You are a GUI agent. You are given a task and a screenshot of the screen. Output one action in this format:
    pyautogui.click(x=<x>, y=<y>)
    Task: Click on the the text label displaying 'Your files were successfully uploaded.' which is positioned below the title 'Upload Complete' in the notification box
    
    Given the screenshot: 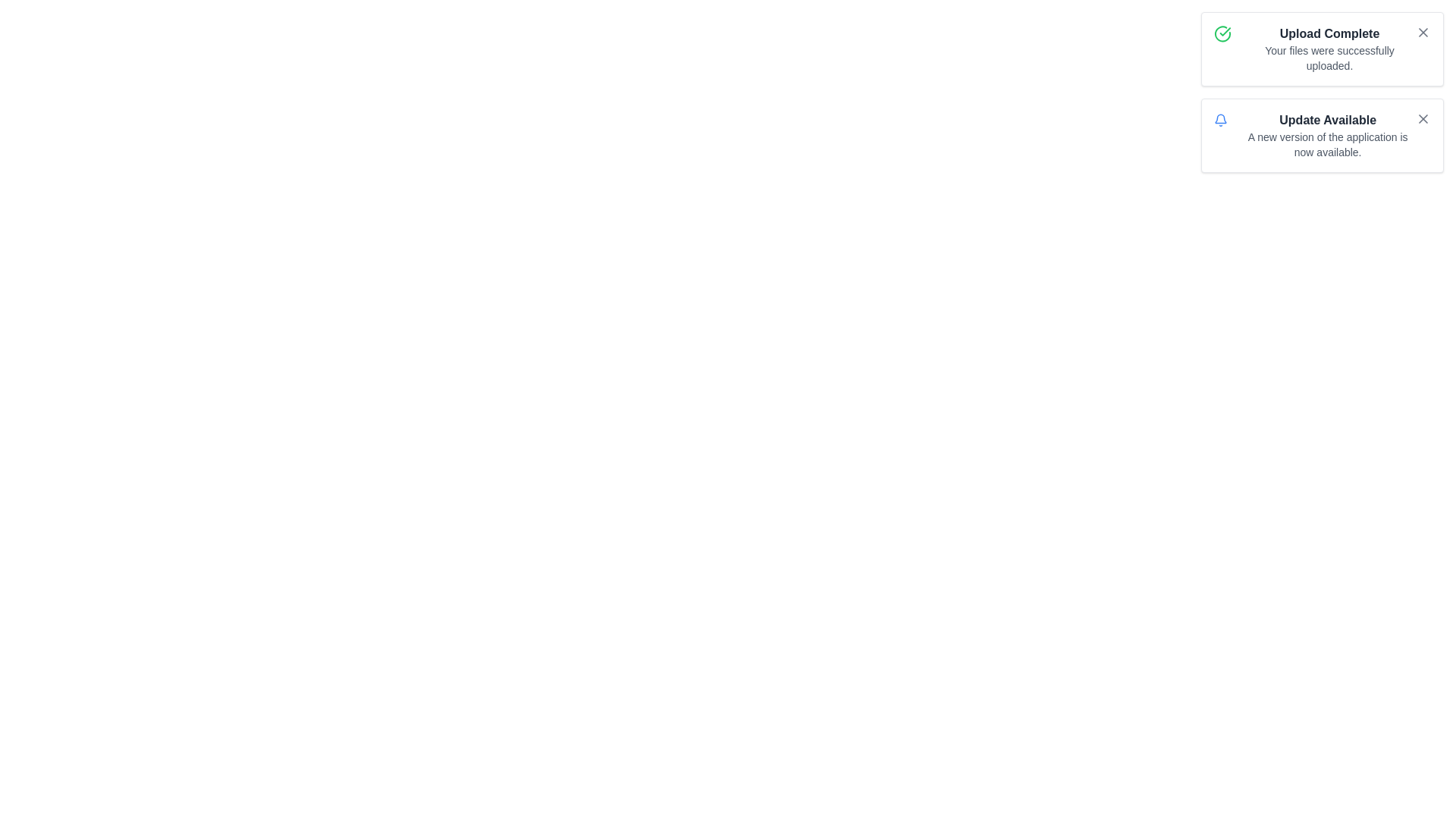 What is the action you would take?
    pyautogui.click(x=1329, y=58)
    